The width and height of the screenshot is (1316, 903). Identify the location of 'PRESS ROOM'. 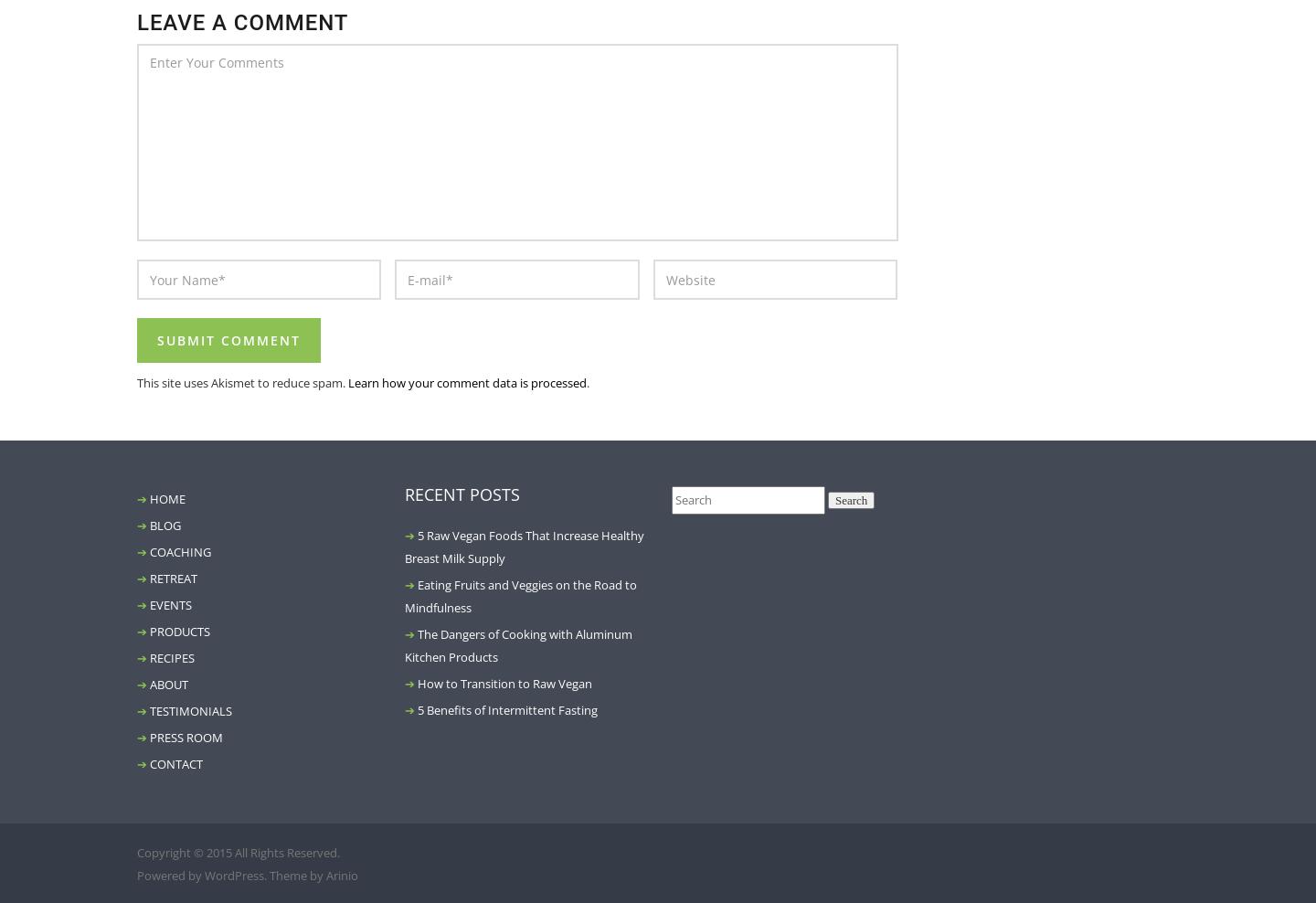
(186, 737).